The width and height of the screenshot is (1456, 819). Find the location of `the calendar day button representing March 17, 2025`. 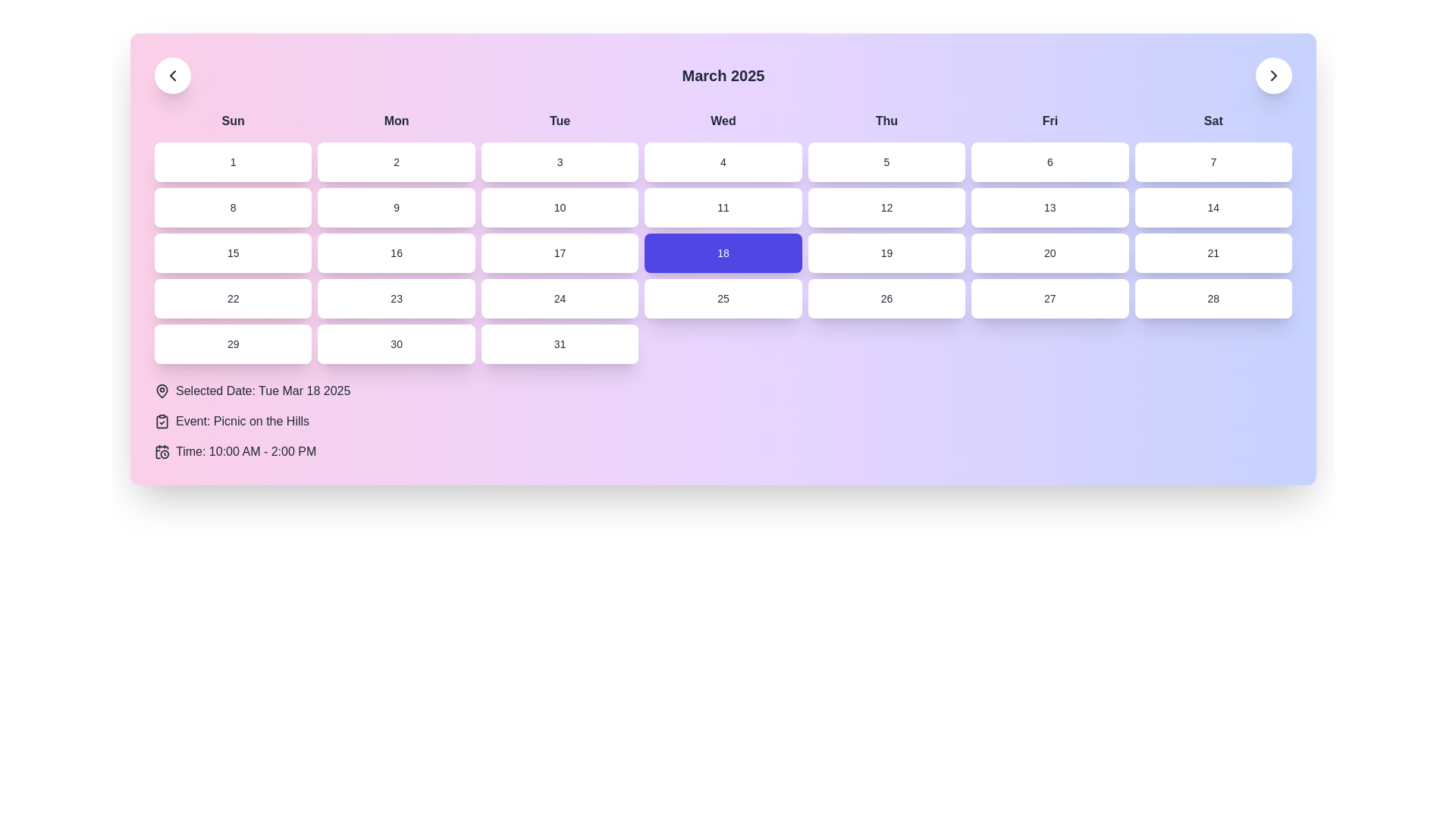

the calendar day button representing March 17, 2025 is located at coordinates (559, 253).